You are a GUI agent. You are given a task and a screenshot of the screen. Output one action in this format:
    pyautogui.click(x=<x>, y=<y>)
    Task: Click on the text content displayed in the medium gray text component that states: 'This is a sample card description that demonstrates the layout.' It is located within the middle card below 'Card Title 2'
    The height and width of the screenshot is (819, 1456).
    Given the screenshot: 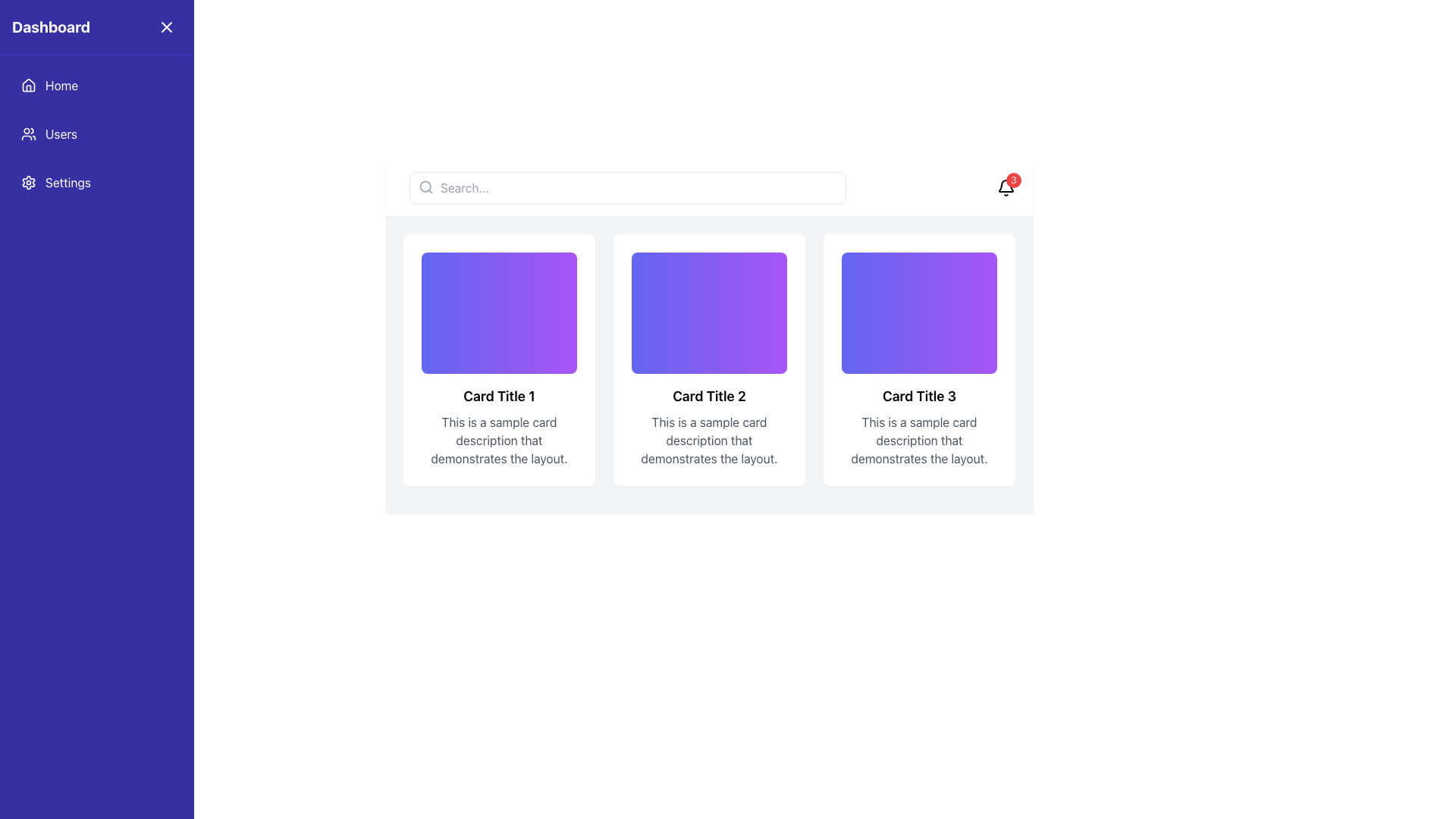 What is the action you would take?
    pyautogui.click(x=708, y=441)
    